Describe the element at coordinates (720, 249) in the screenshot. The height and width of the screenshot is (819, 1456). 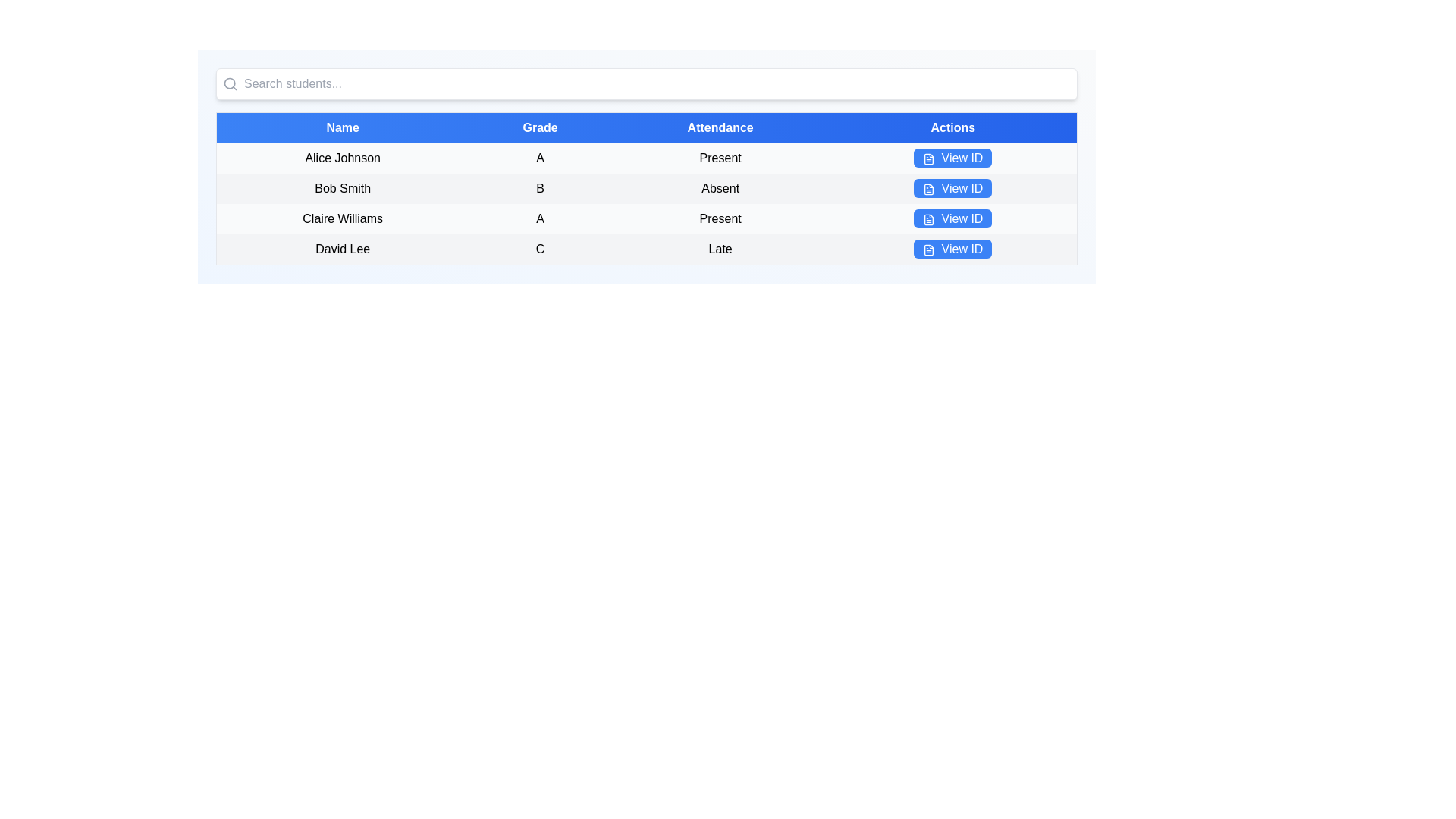
I see `the static text 'Late' in the third column of the last row, which corresponds to 'David Lee' under the 'Attendance' header` at that location.